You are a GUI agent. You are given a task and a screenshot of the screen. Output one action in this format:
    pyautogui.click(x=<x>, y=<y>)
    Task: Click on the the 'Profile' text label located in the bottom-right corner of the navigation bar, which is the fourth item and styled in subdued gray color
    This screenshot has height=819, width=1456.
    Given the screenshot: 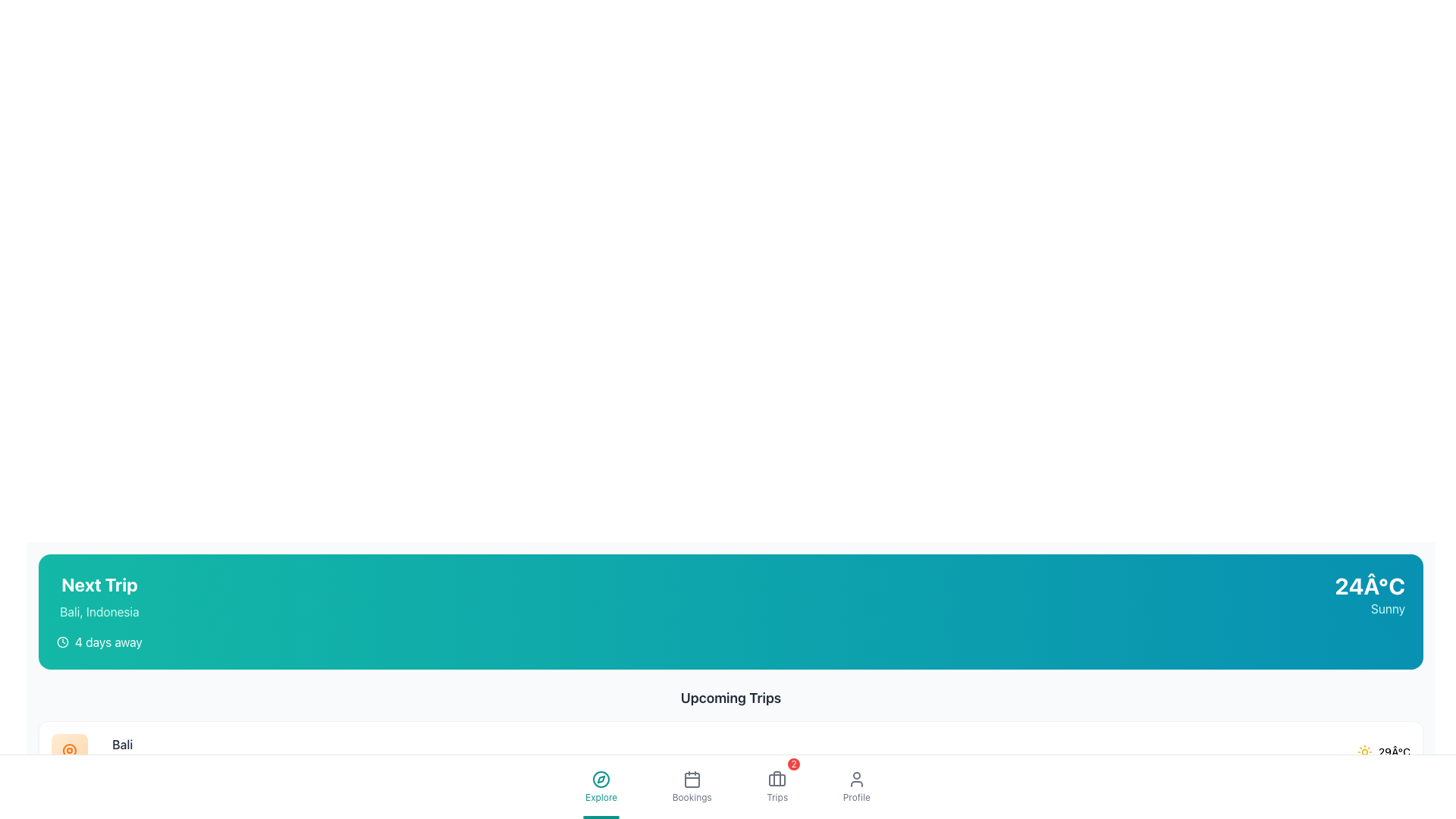 What is the action you would take?
    pyautogui.click(x=856, y=797)
    